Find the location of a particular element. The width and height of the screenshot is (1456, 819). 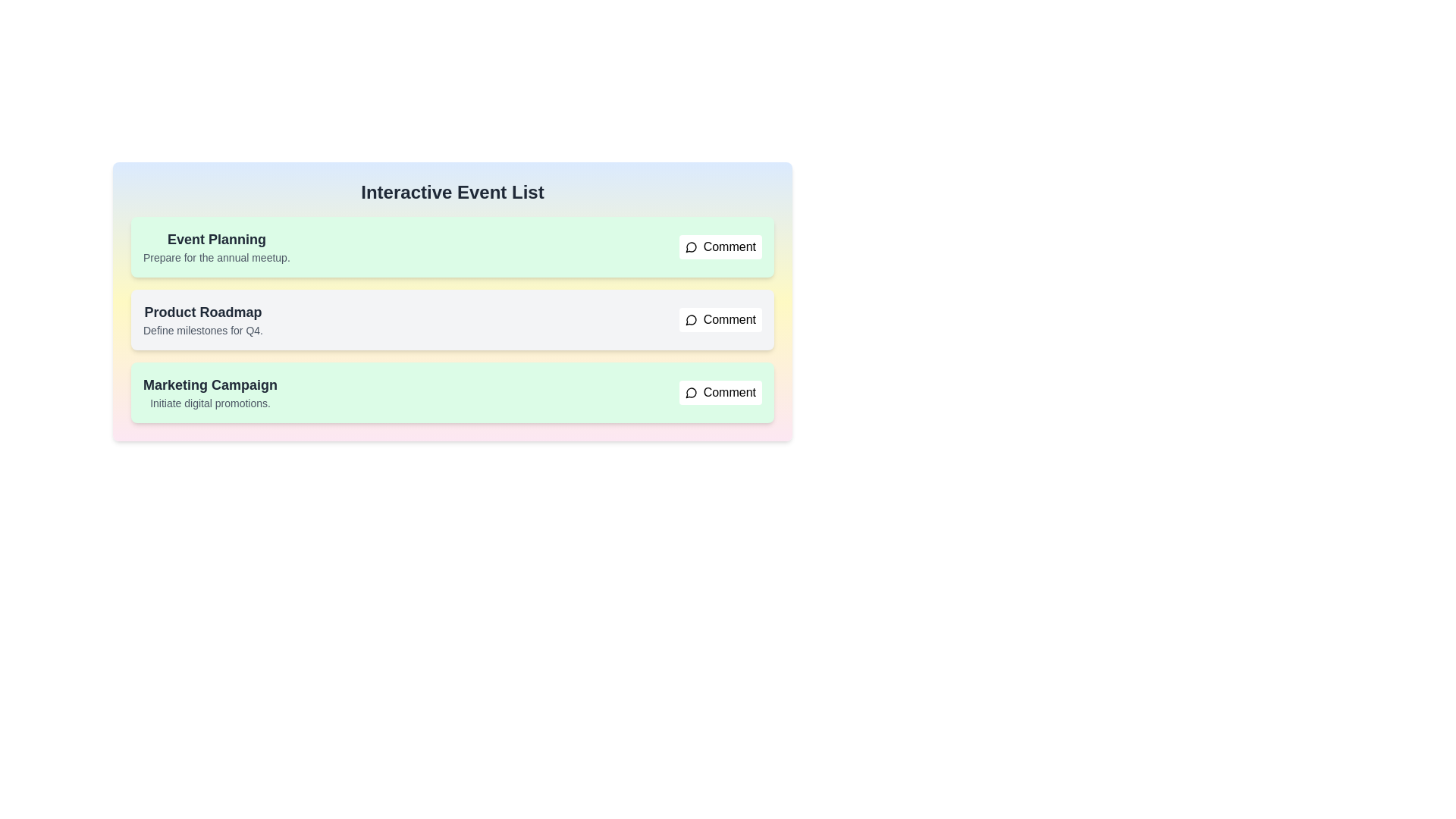

comment button for the item with title Product Roadmap is located at coordinates (720, 318).